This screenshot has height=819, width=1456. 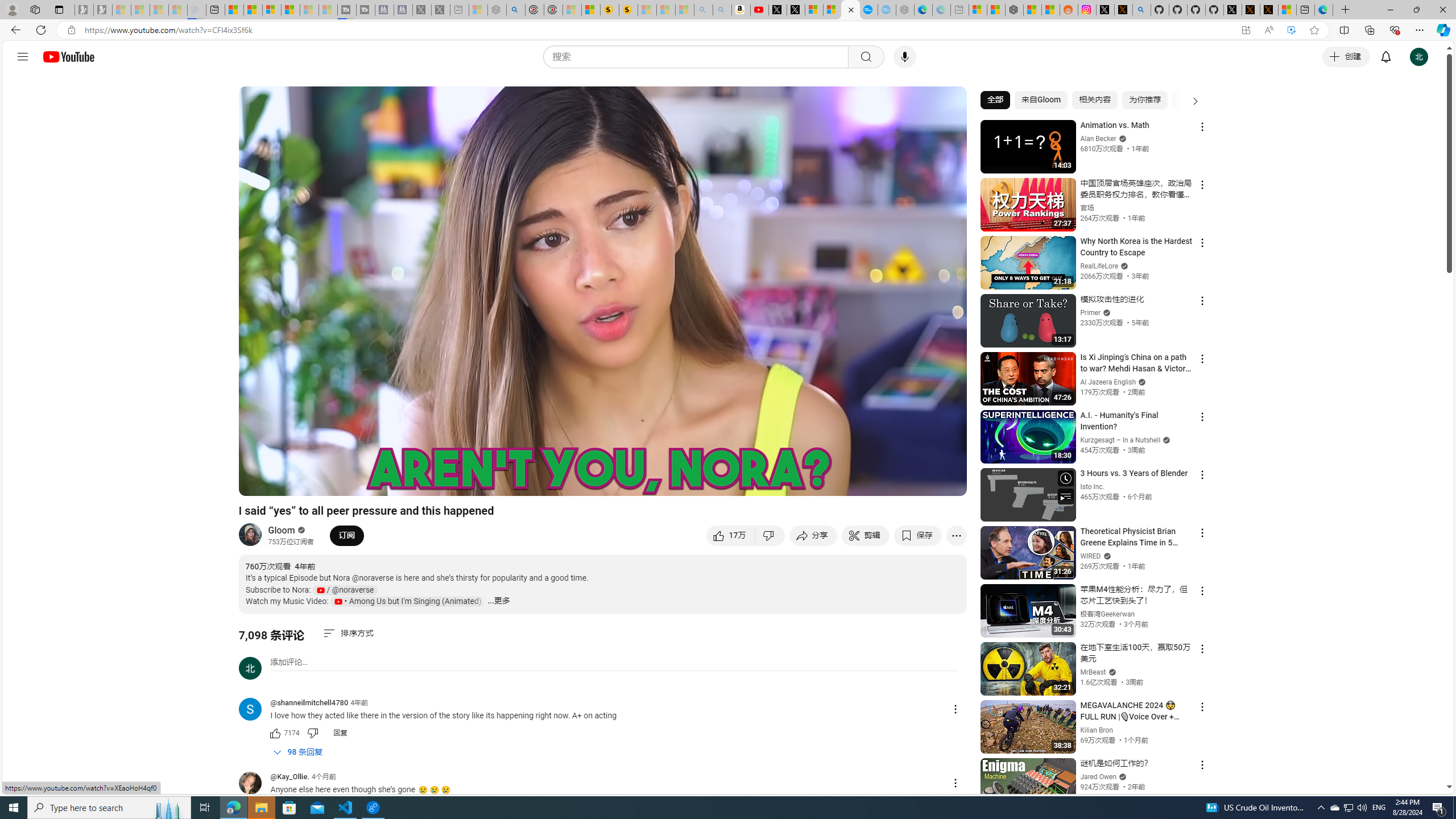 I want to click on 'Browser essentials', so click(x=1394, y=29).